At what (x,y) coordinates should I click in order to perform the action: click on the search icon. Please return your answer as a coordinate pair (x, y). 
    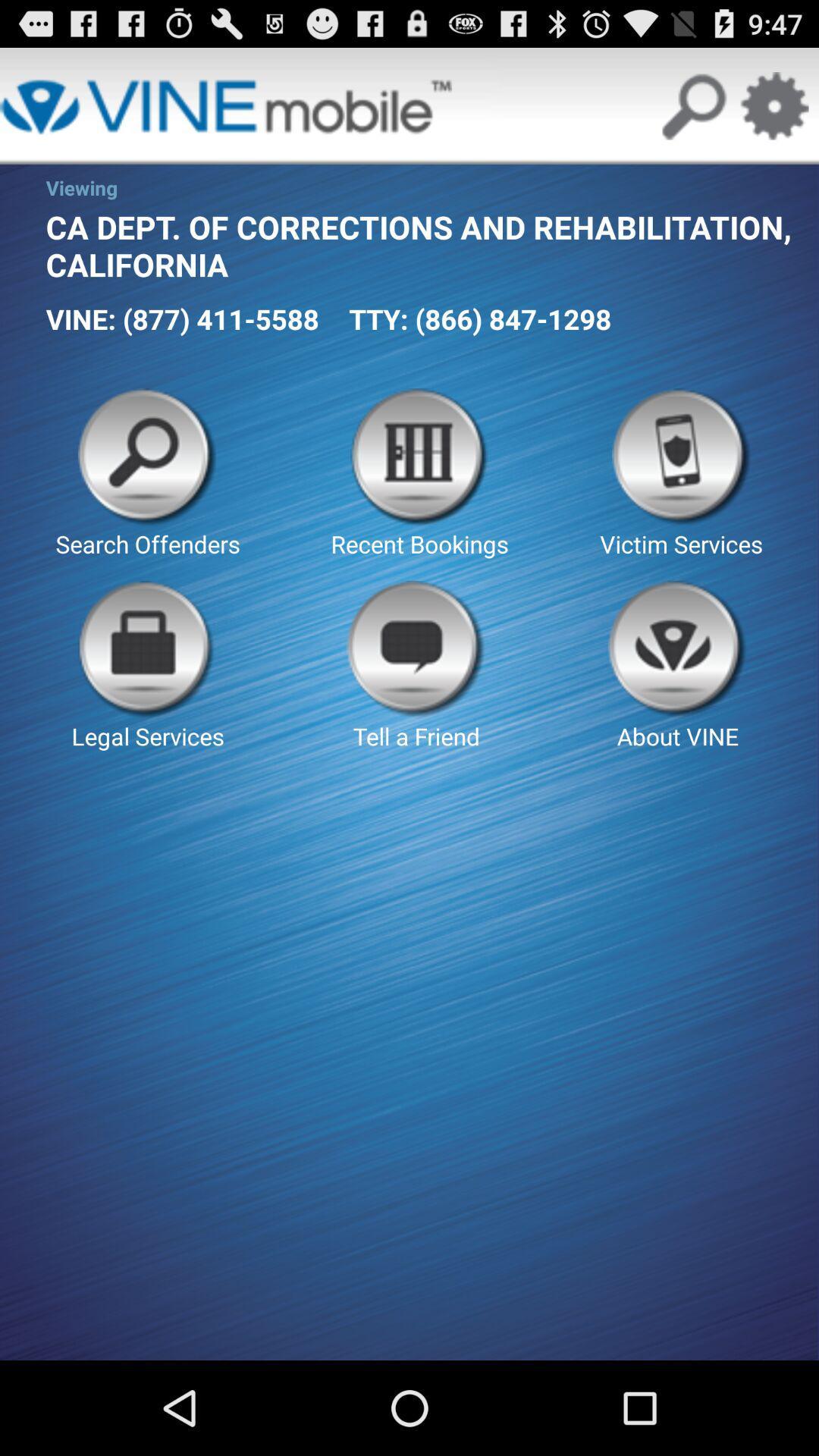
    Looking at the image, I should click on (693, 112).